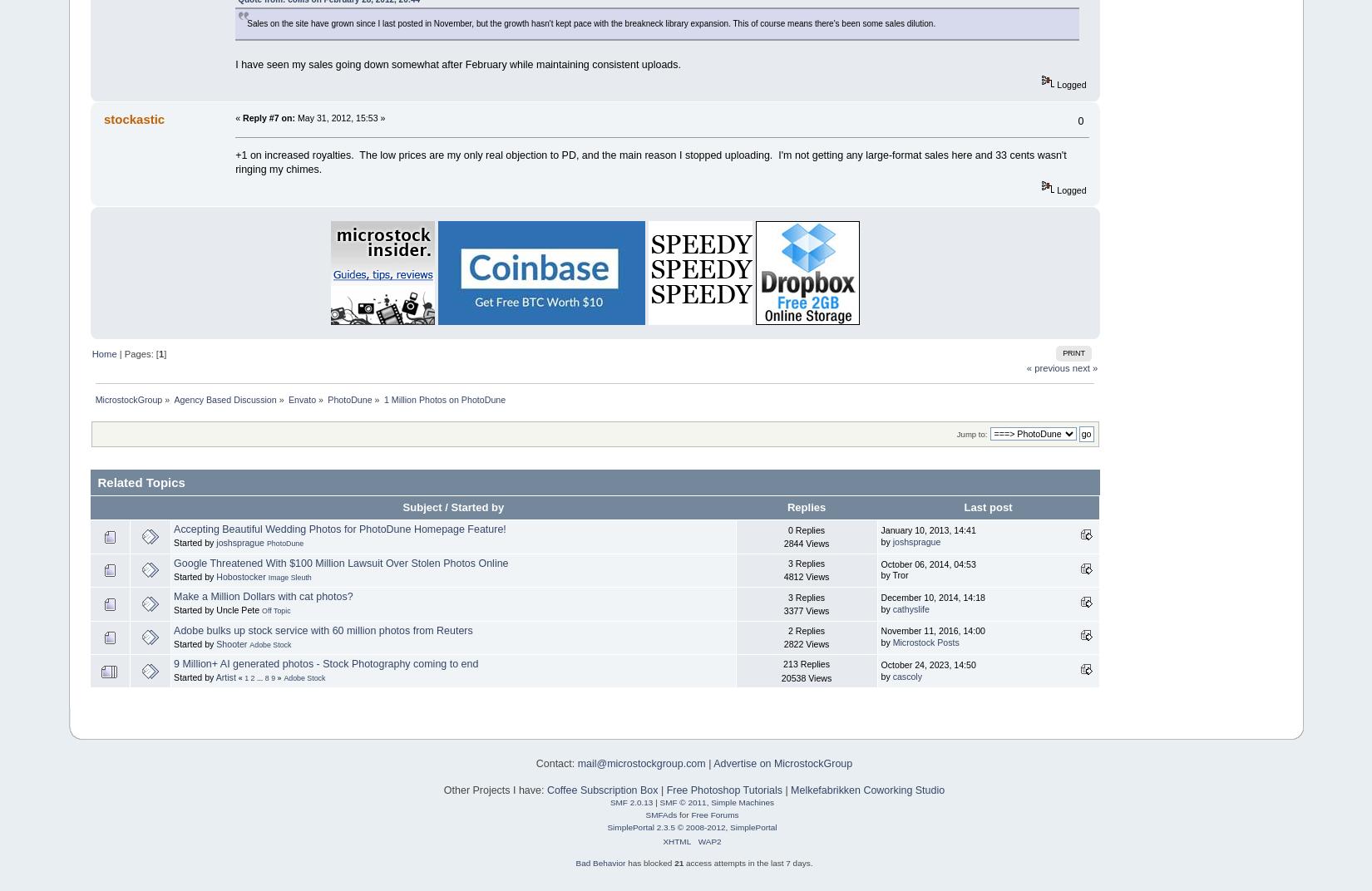 This screenshot has height=891, width=1372. What do you see at coordinates (649, 160) in the screenshot?
I see `'+1 on increased royalties.  The low prices are my only real objection to PD, and the main reason I stopped uploading.  I'm not getting any large-format sales here and 33 cents wasn't ringing my chimes.'` at bounding box center [649, 160].